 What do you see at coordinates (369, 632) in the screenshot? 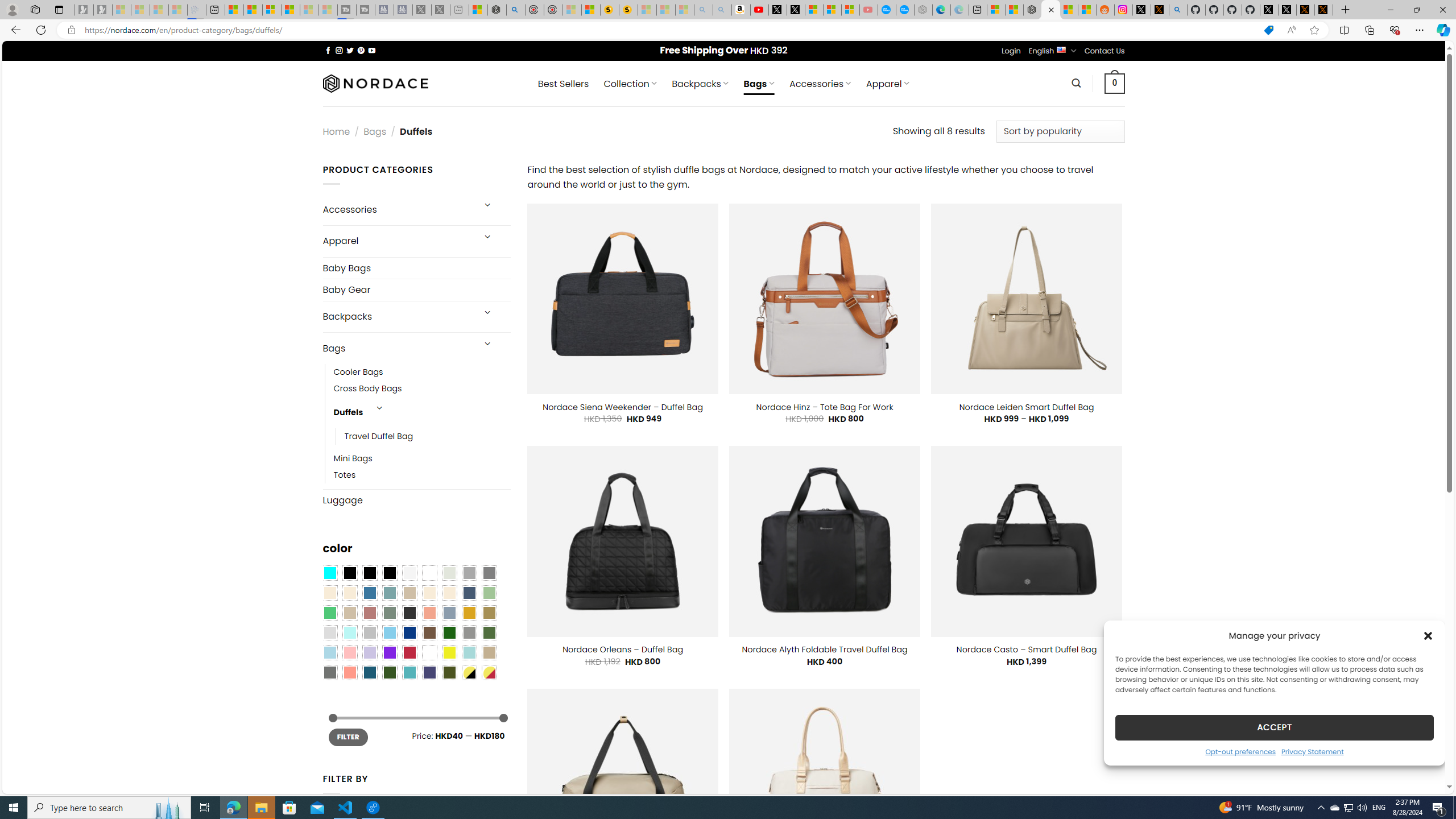
I see `'Silver'` at bounding box center [369, 632].